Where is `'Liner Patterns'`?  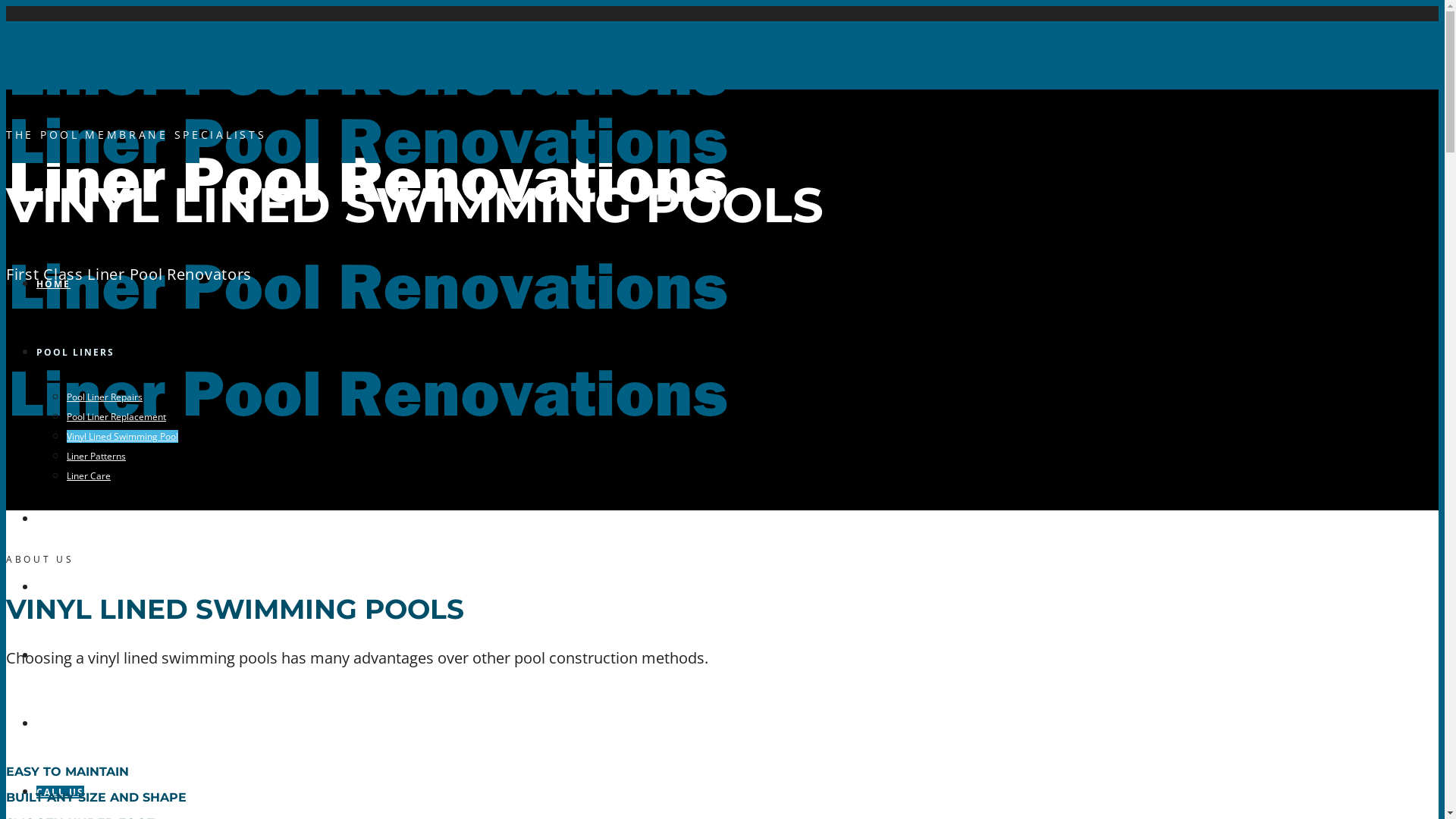 'Liner Patterns' is located at coordinates (95, 455).